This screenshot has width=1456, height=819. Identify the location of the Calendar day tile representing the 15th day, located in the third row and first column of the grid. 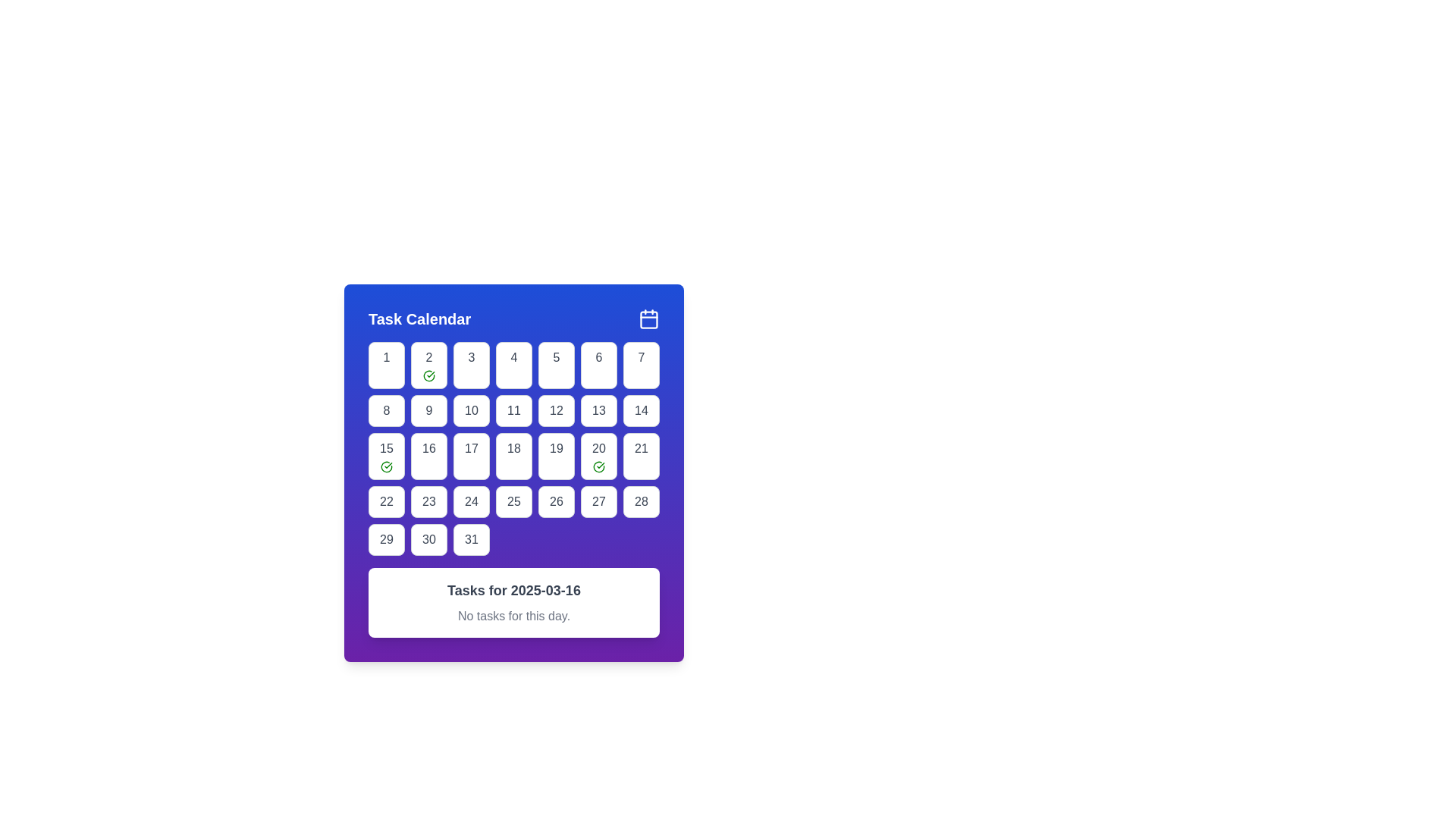
(386, 455).